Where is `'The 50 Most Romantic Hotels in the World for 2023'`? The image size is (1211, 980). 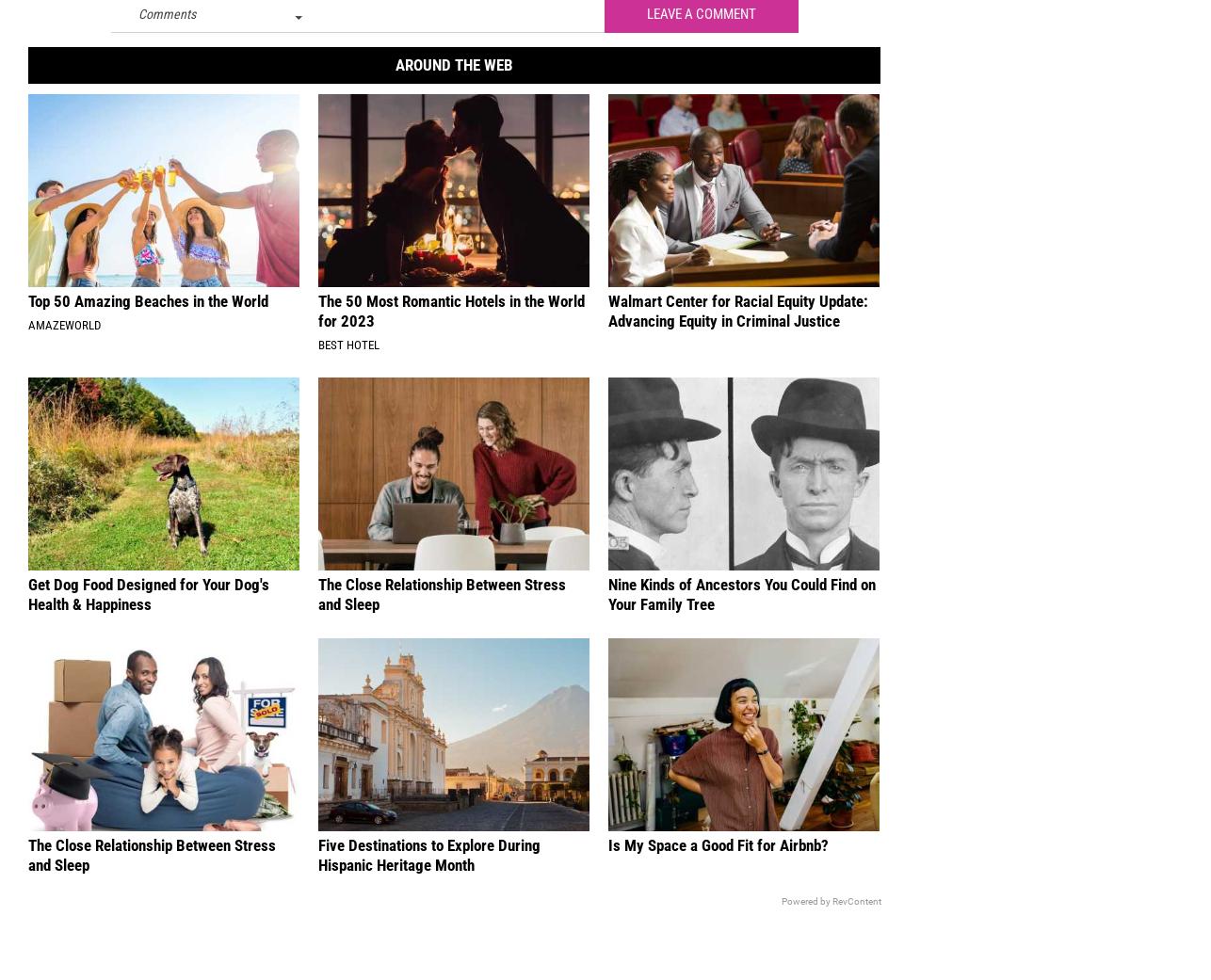
'The 50 Most Romantic Hotels in the World for 2023' is located at coordinates (450, 324).